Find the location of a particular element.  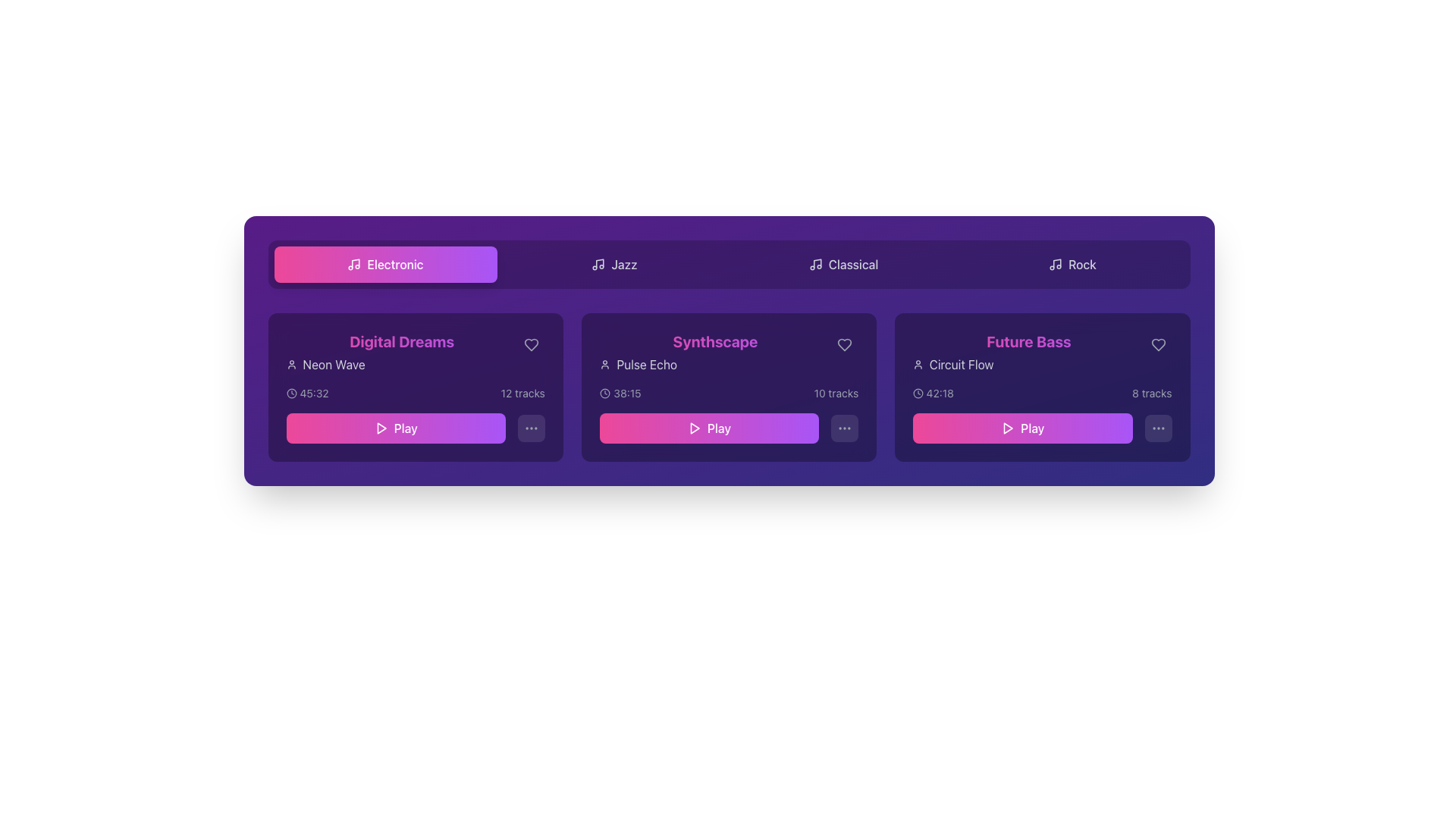

the state of the heart-shaped icon in the top-right corner of the 'Digital Dreams' card to check if the item is favorited is located at coordinates (531, 345).